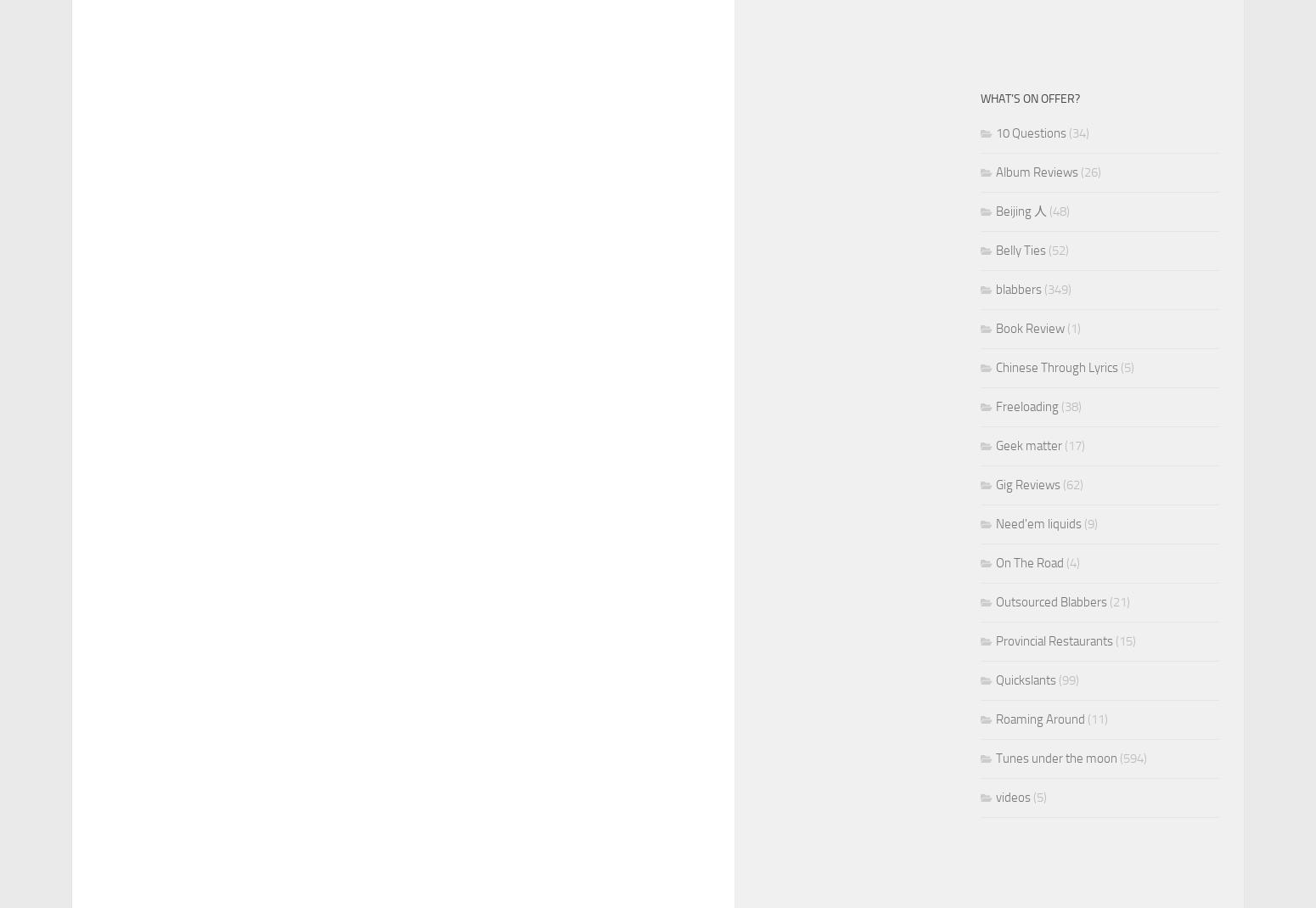  I want to click on '(34)', so click(1077, 133).